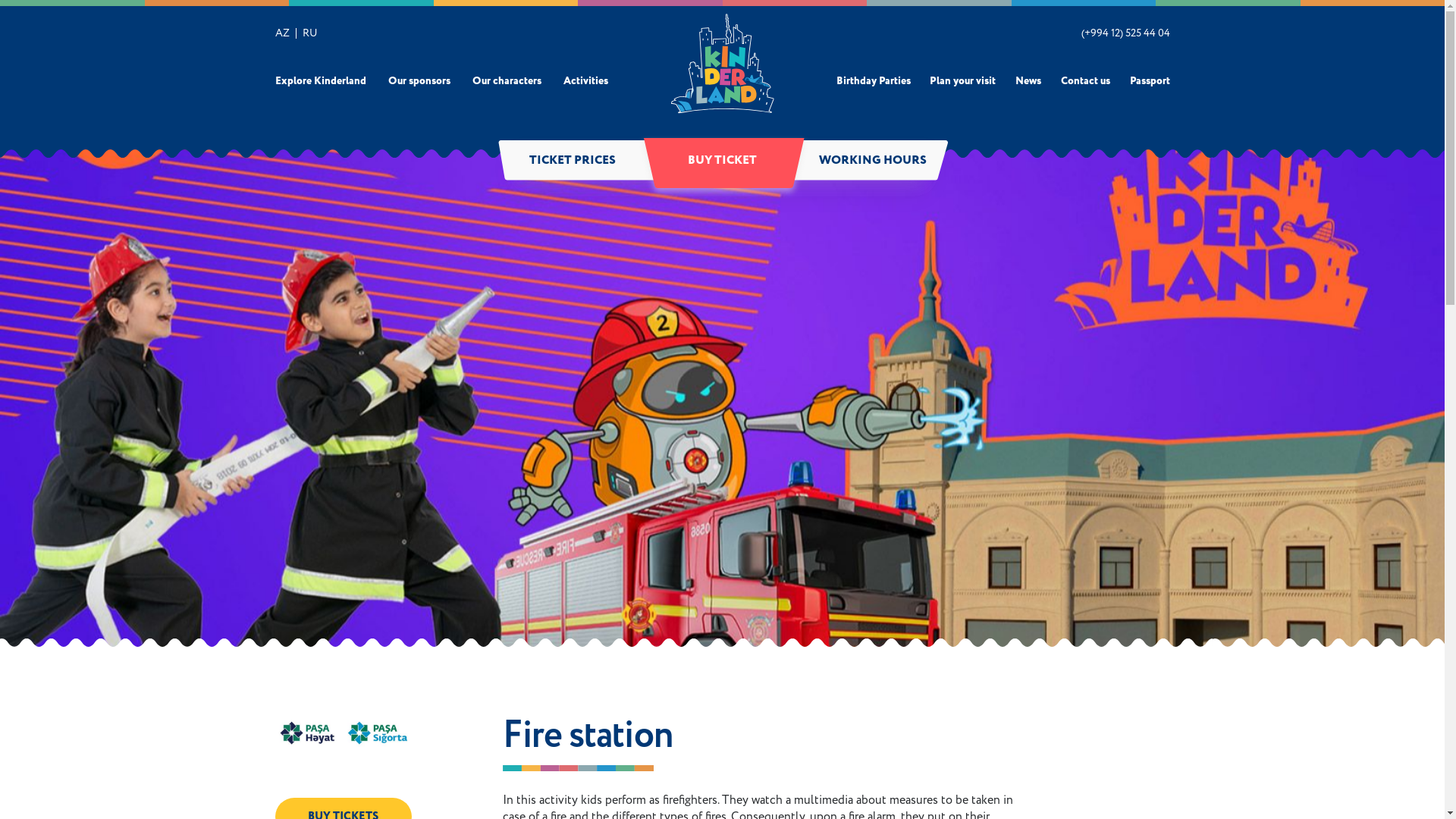  What do you see at coordinates (571, 161) in the screenshot?
I see `'TICKET PRICES'` at bounding box center [571, 161].